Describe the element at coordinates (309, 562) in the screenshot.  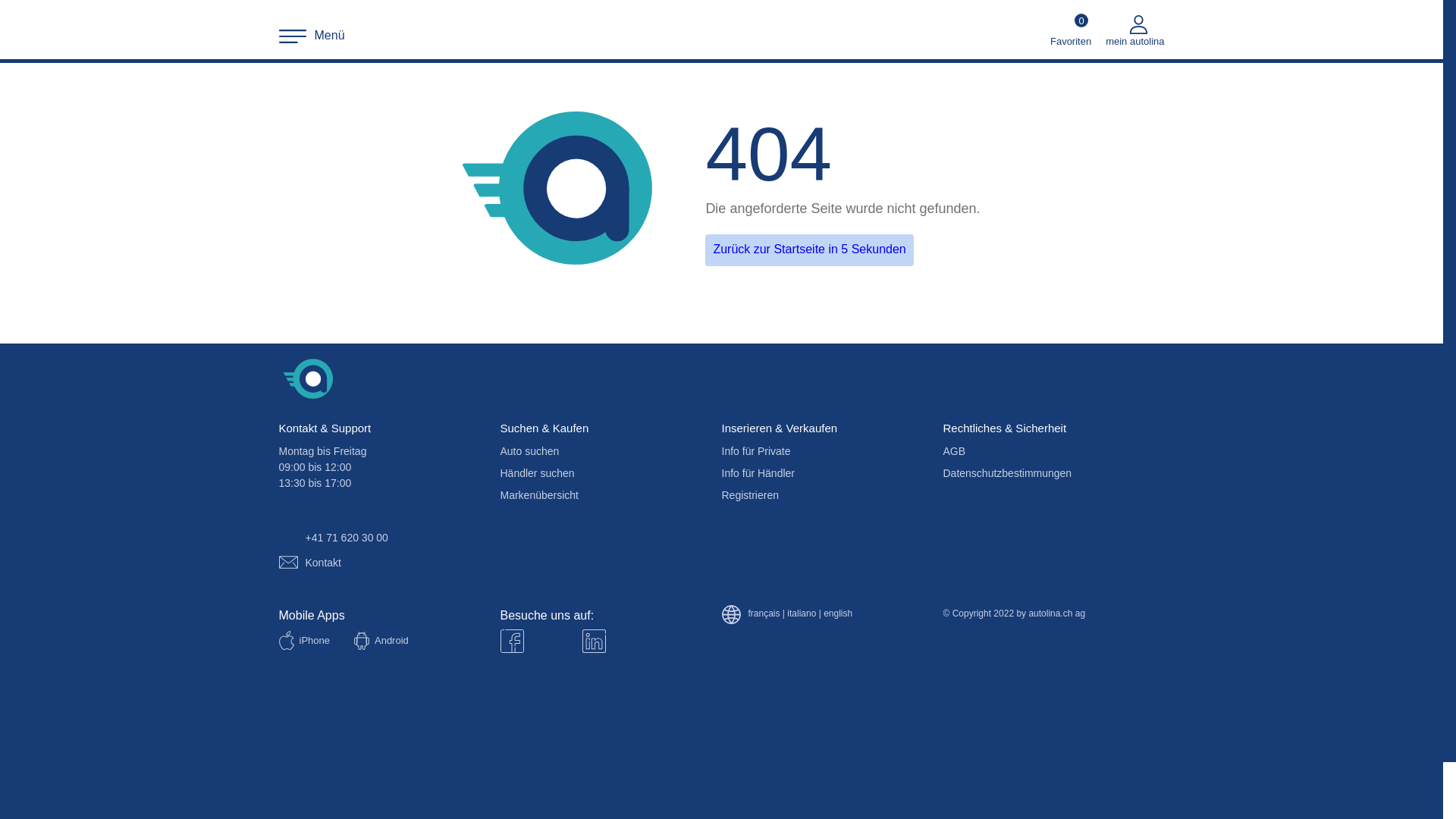
I see `'Kontakt'` at that location.